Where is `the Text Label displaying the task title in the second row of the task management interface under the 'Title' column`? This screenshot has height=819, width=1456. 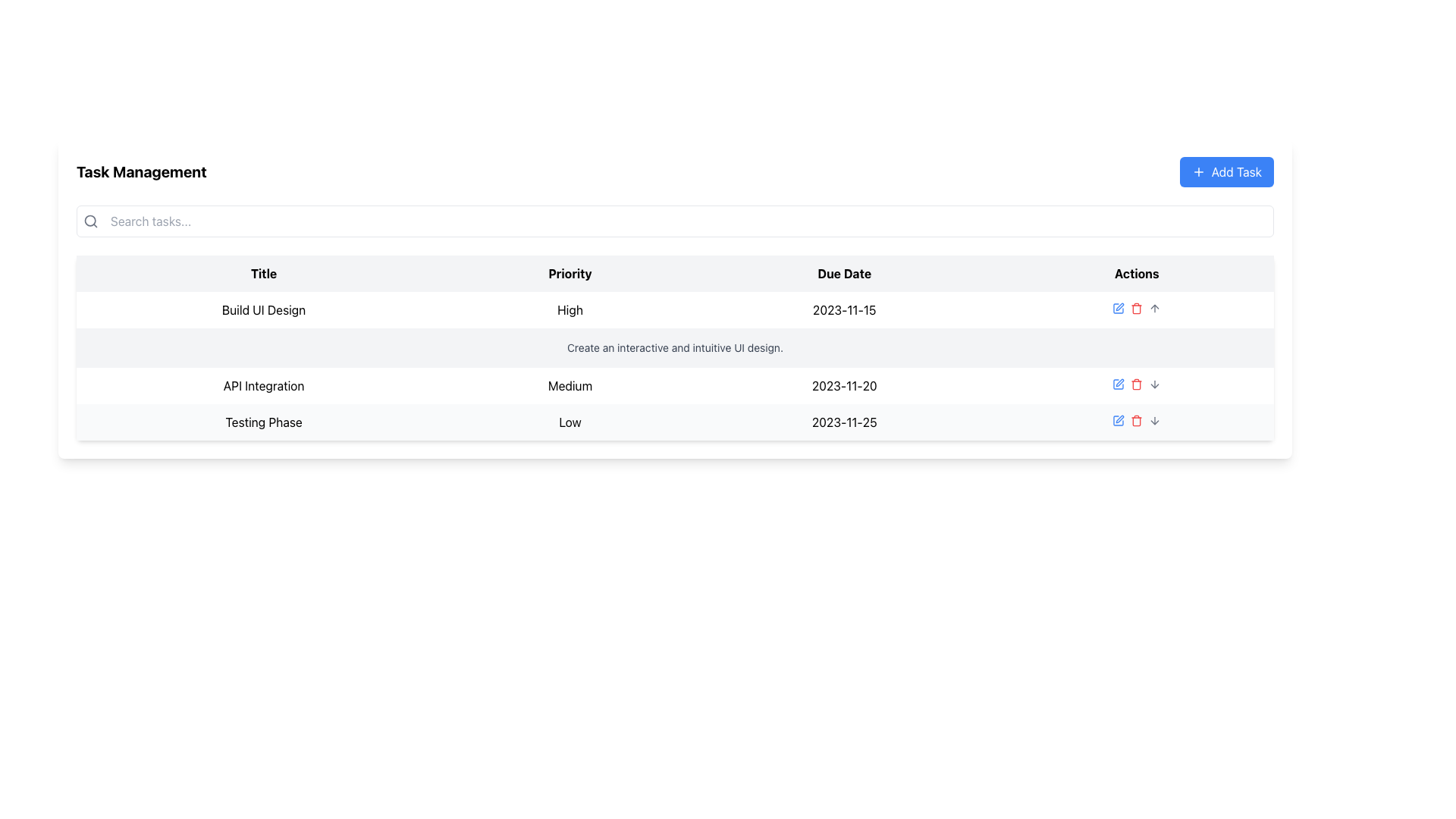 the Text Label displaying the task title in the second row of the task management interface under the 'Title' column is located at coordinates (264, 385).